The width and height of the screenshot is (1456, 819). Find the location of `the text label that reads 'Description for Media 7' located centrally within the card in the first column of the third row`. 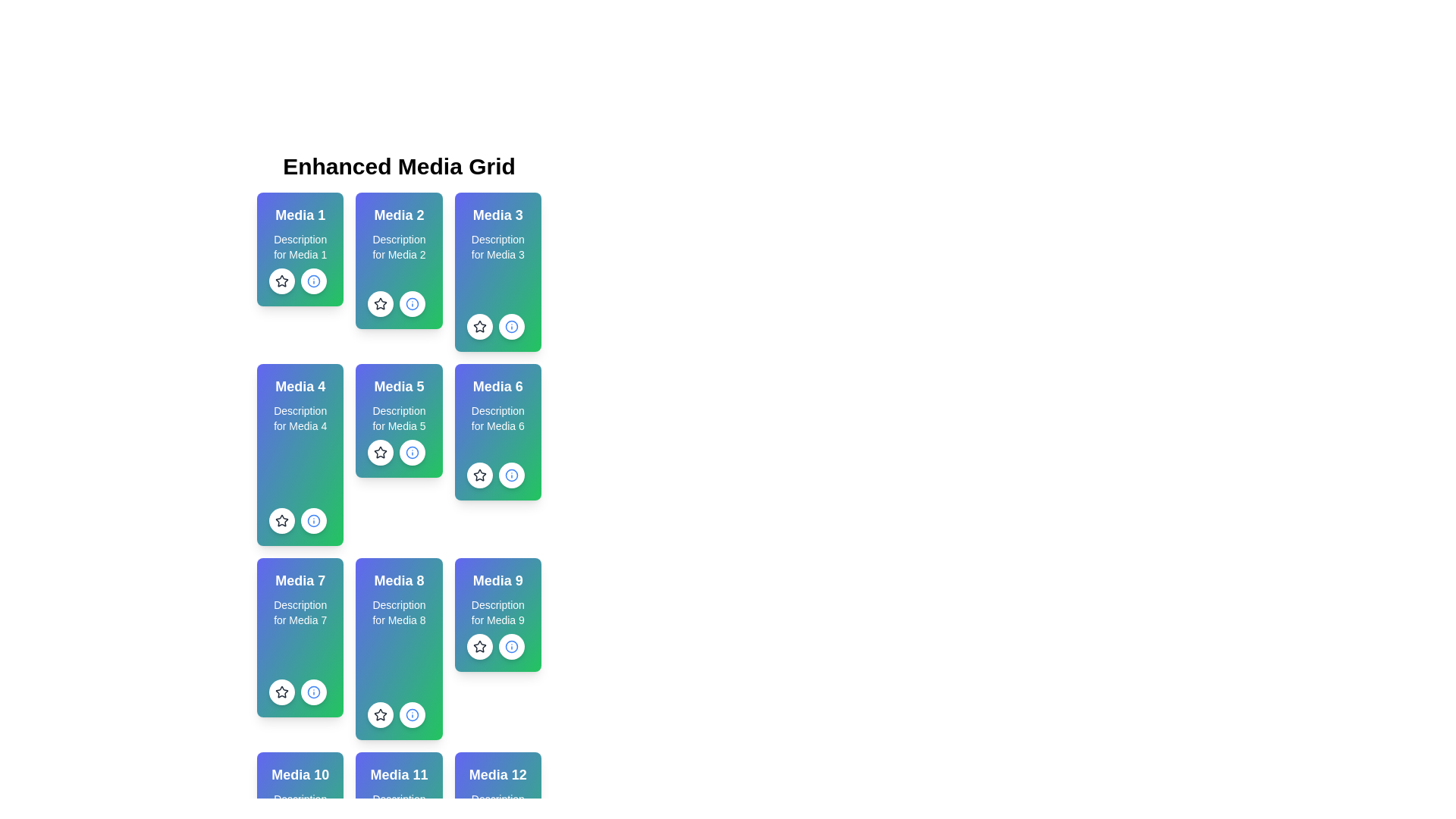

the text label that reads 'Description for Media 7' located centrally within the card in the first column of the third row is located at coordinates (300, 611).